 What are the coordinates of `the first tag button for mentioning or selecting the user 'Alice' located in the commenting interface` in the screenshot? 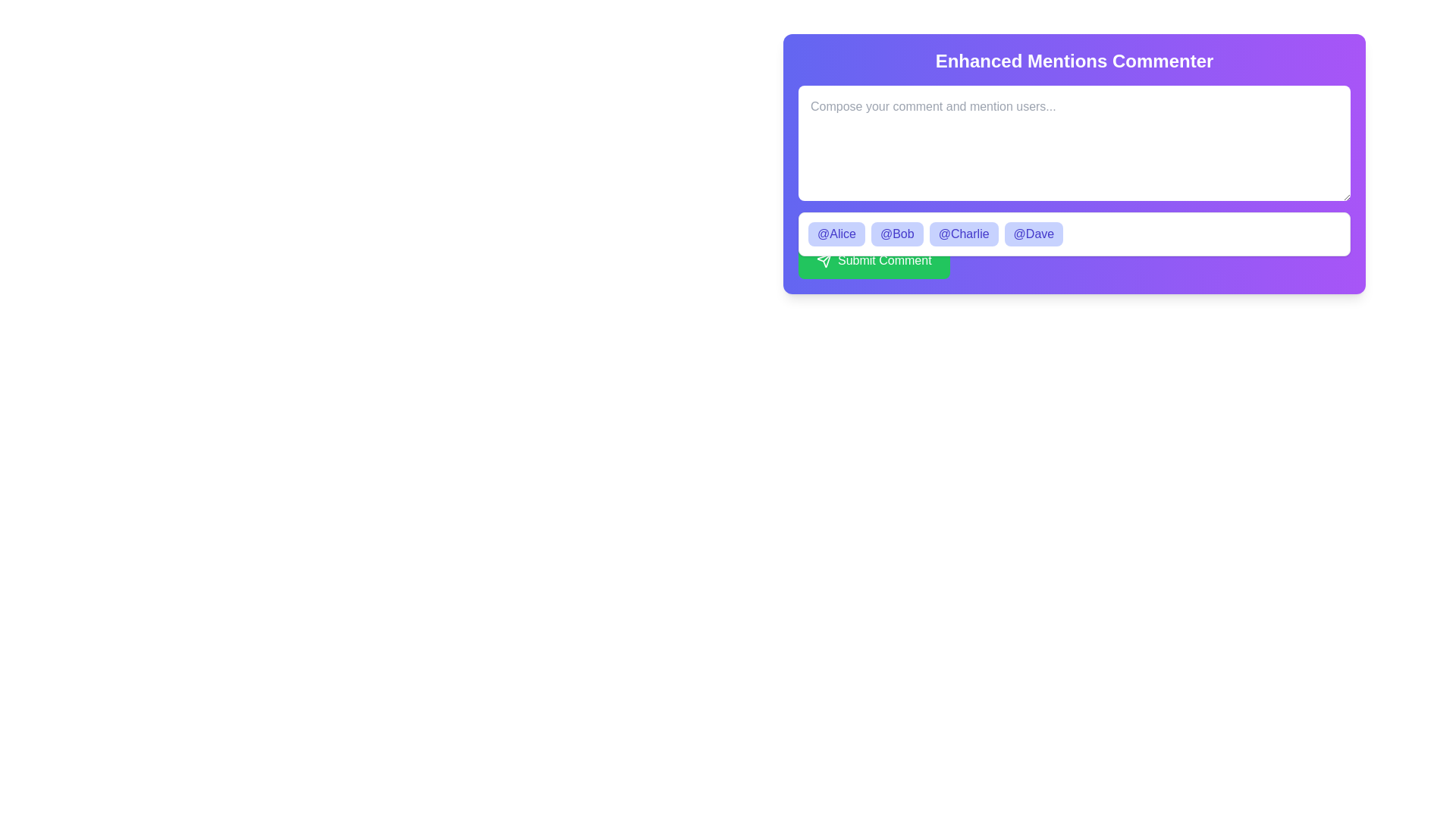 It's located at (836, 234).